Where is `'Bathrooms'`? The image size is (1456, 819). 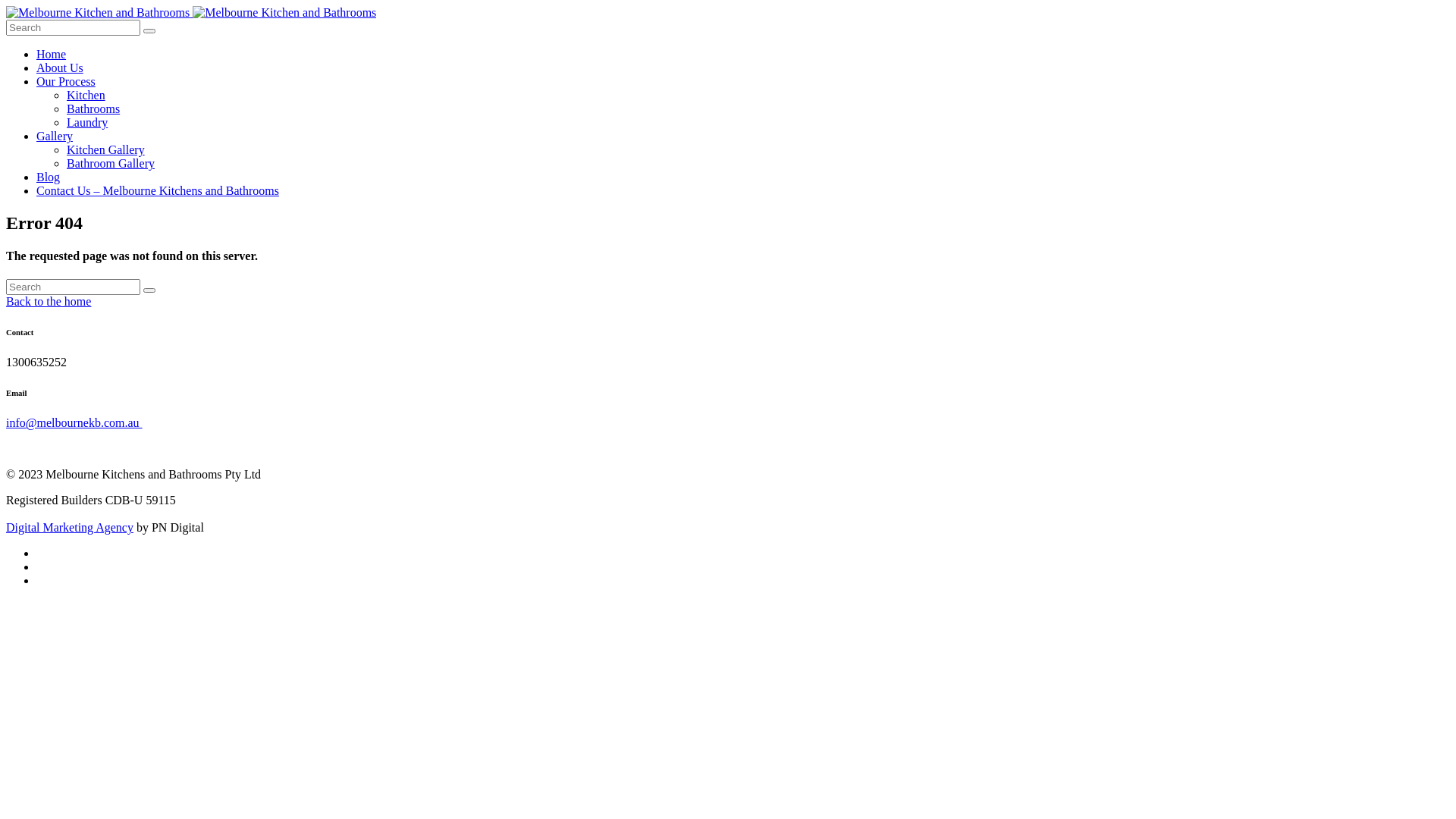 'Bathrooms' is located at coordinates (93, 108).